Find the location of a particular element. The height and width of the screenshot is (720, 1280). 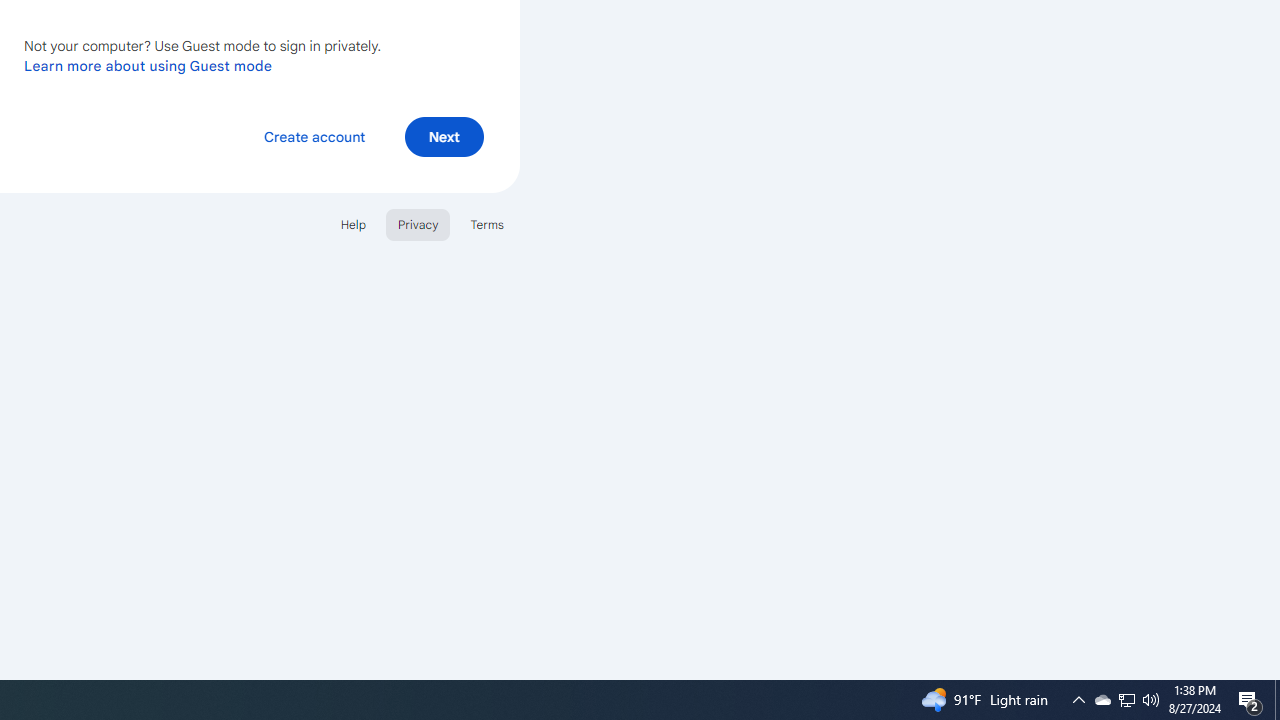

'Learn more about using Guest mode' is located at coordinates (147, 64).